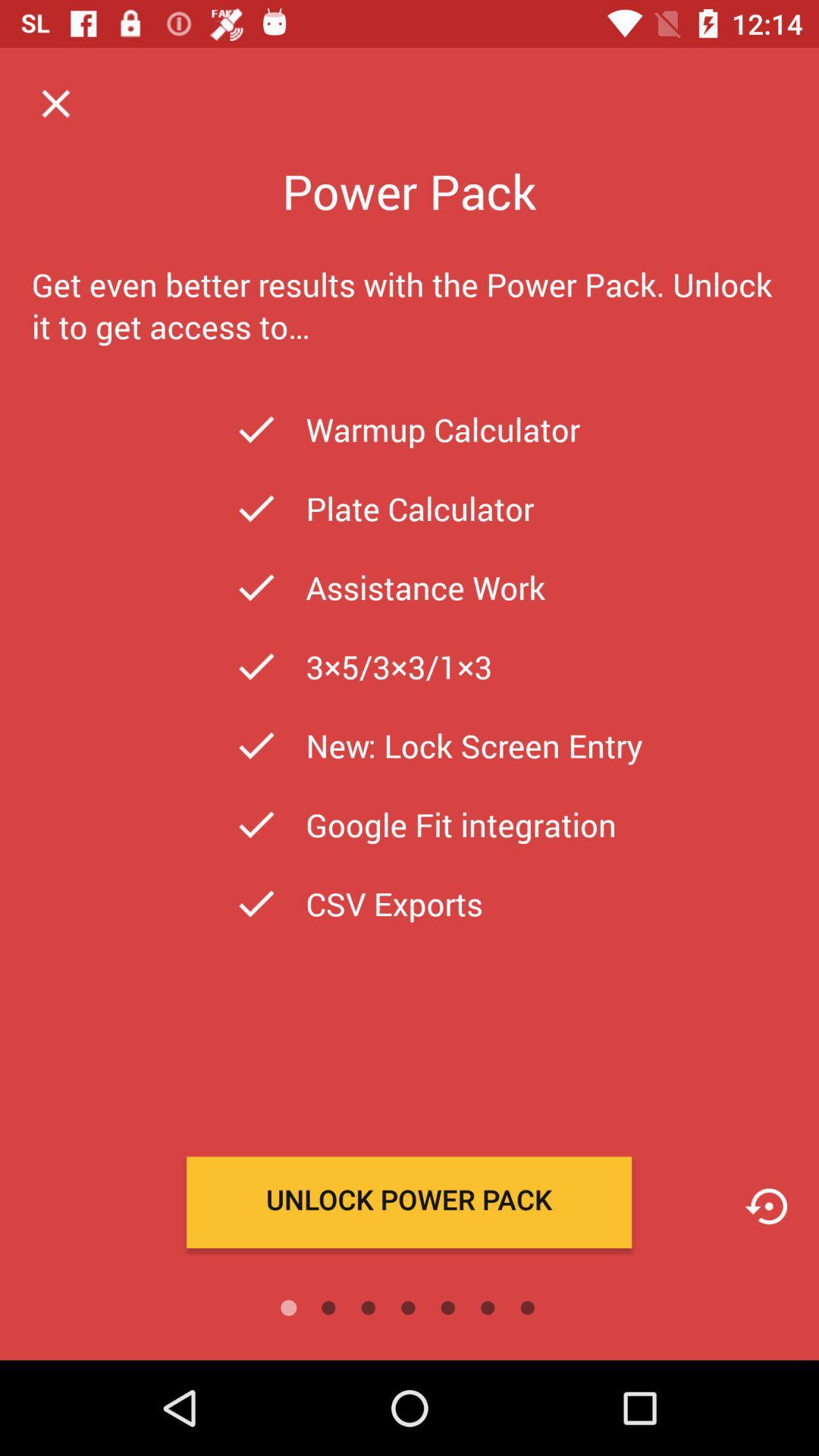 The height and width of the screenshot is (1456, 819). I want to click on tap, so click(55, 102).